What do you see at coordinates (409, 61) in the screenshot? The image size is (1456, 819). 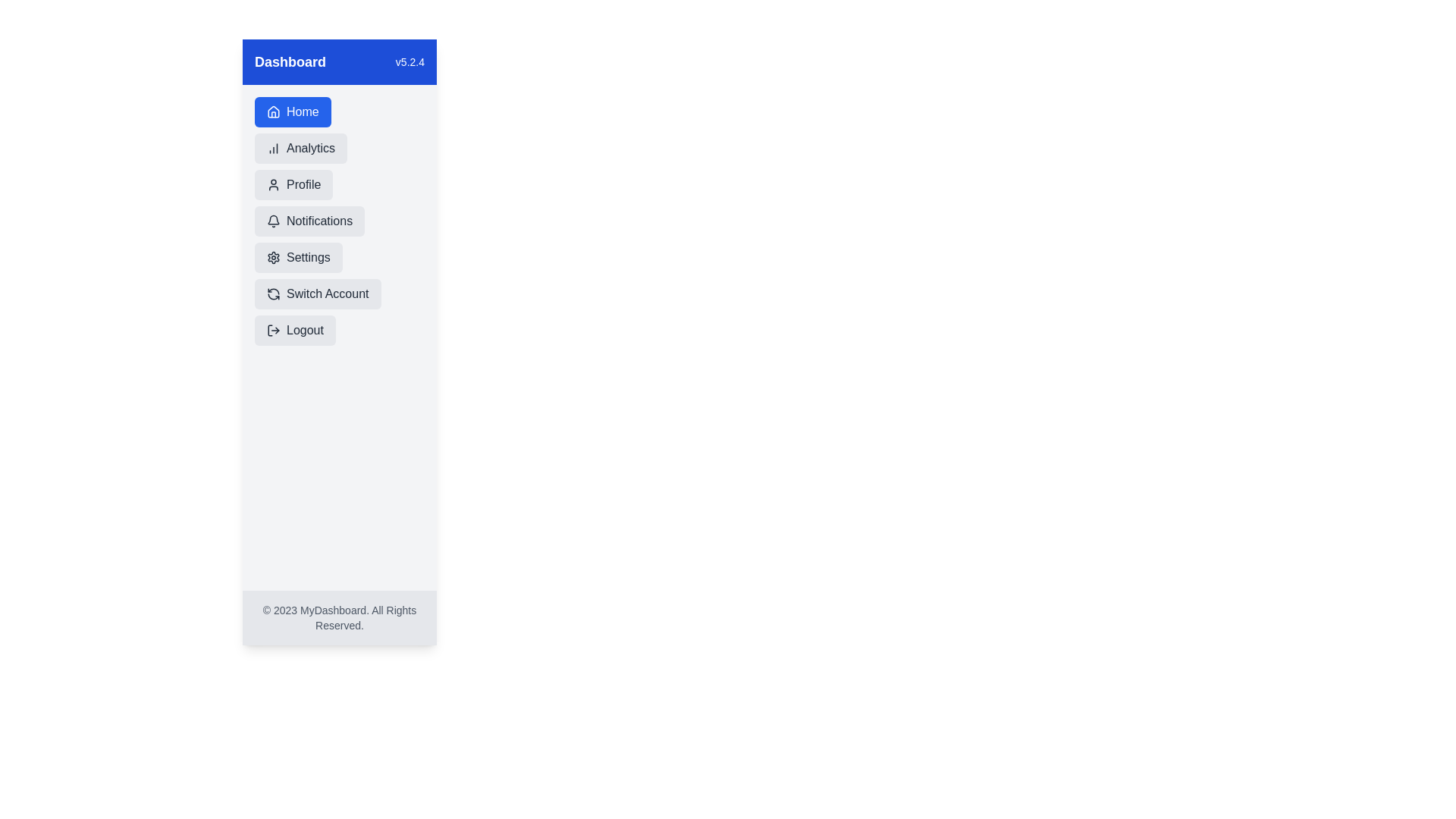 I see `the static text label indicating the application version, which is located on the far right side of the header bar, following the 'Dashboard' label` at bounding box center [409, 61].